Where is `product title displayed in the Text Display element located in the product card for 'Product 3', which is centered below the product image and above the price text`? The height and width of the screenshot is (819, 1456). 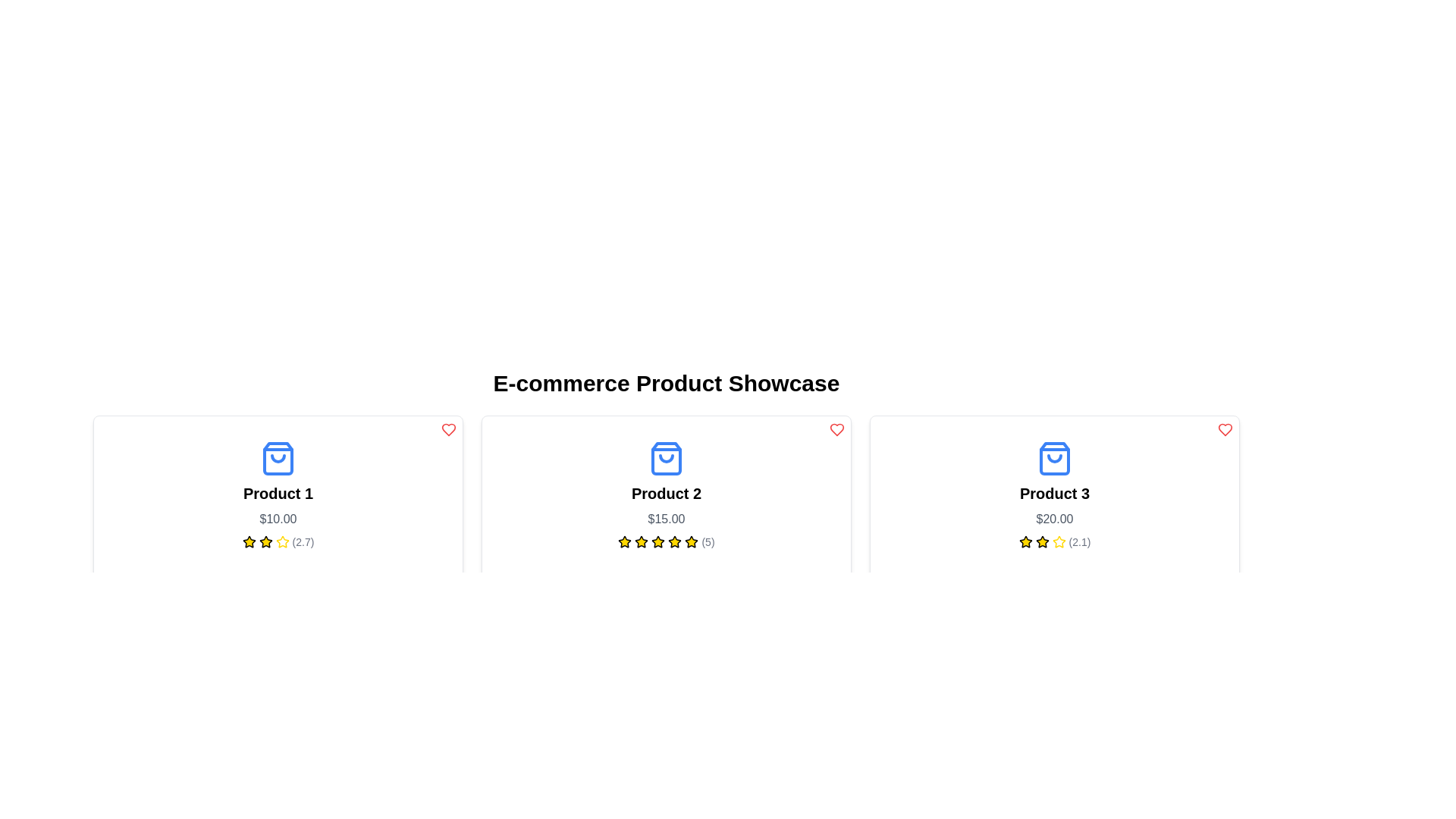 product title displayed in the Text Display element located in the product card for 'Product 3', which is centered below the product image and above the price text is located at coordinates (1054, 494).